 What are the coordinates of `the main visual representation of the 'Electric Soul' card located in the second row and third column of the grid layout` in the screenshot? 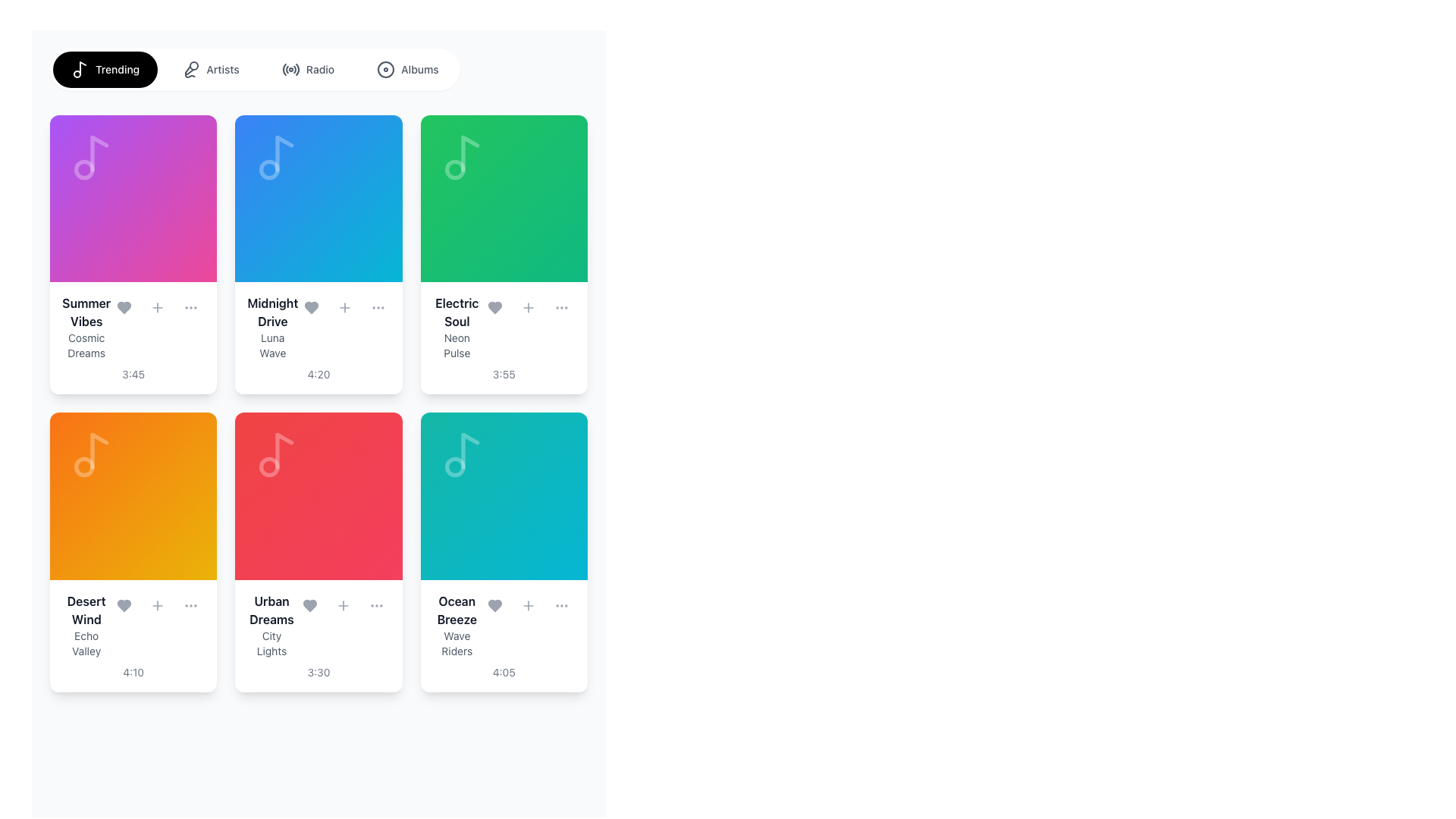 It's located at (504, 198).